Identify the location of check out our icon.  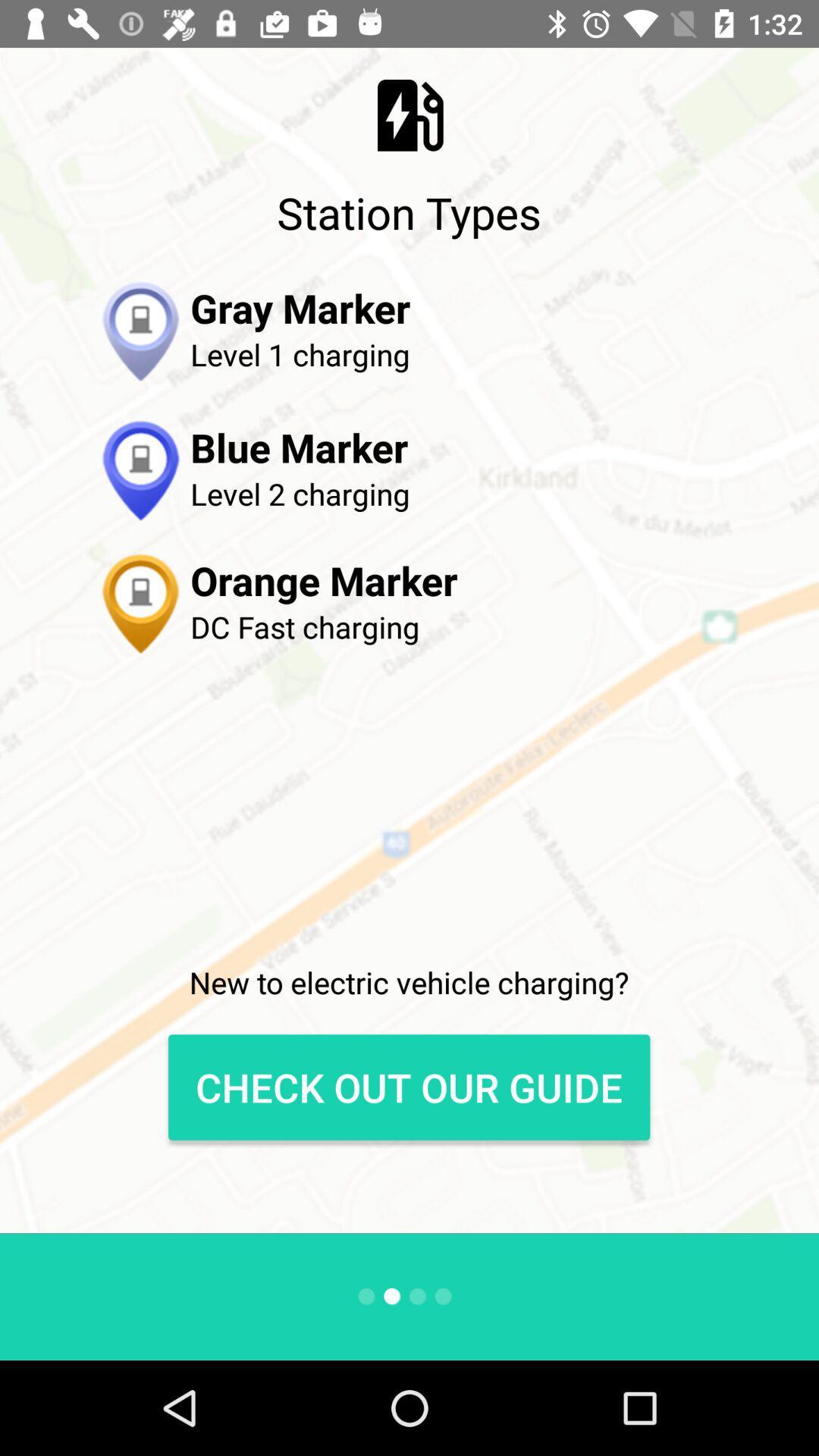
(408, 1087).